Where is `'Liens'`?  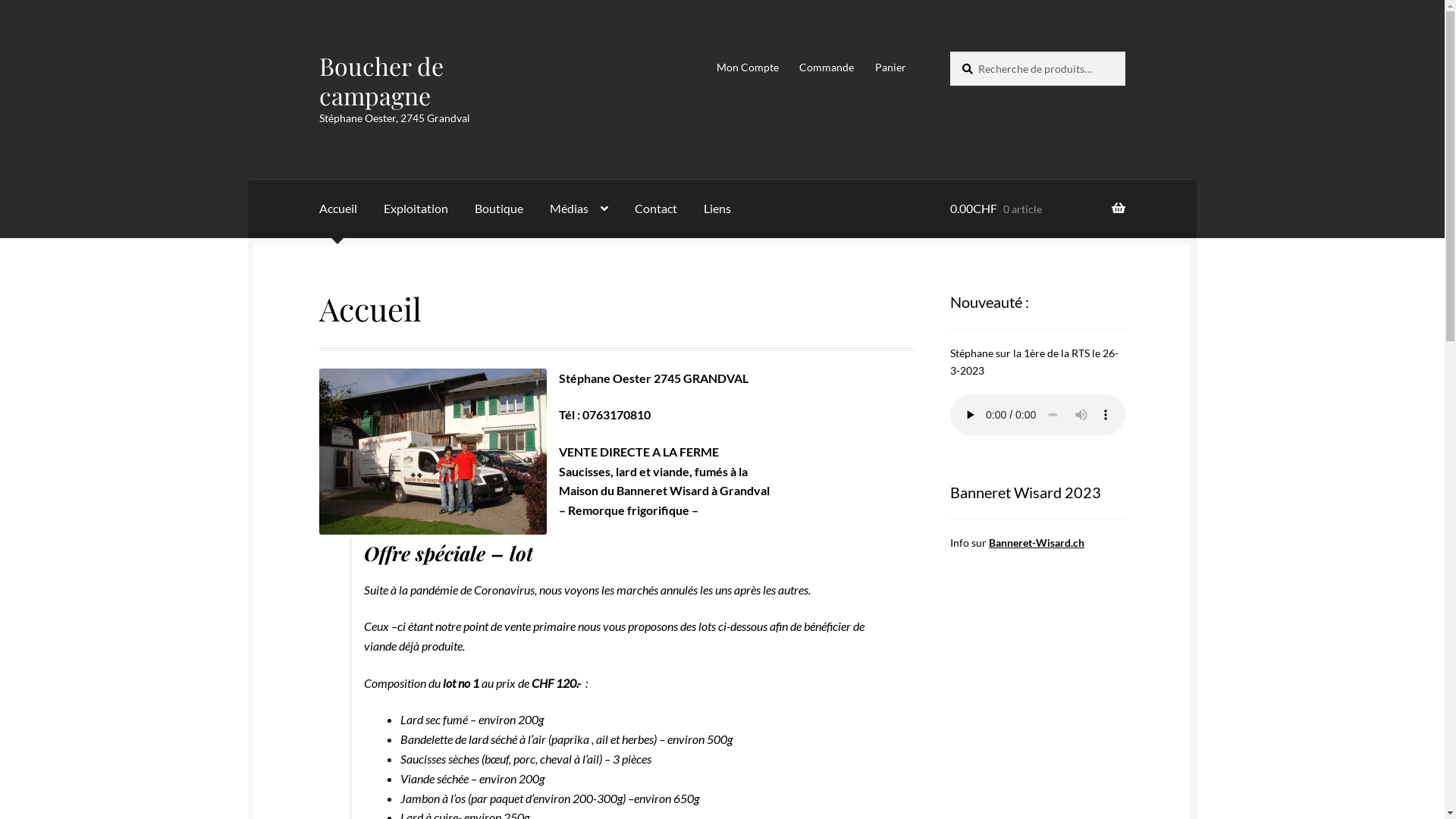
'Liens' is located at coordinates (716, 208).